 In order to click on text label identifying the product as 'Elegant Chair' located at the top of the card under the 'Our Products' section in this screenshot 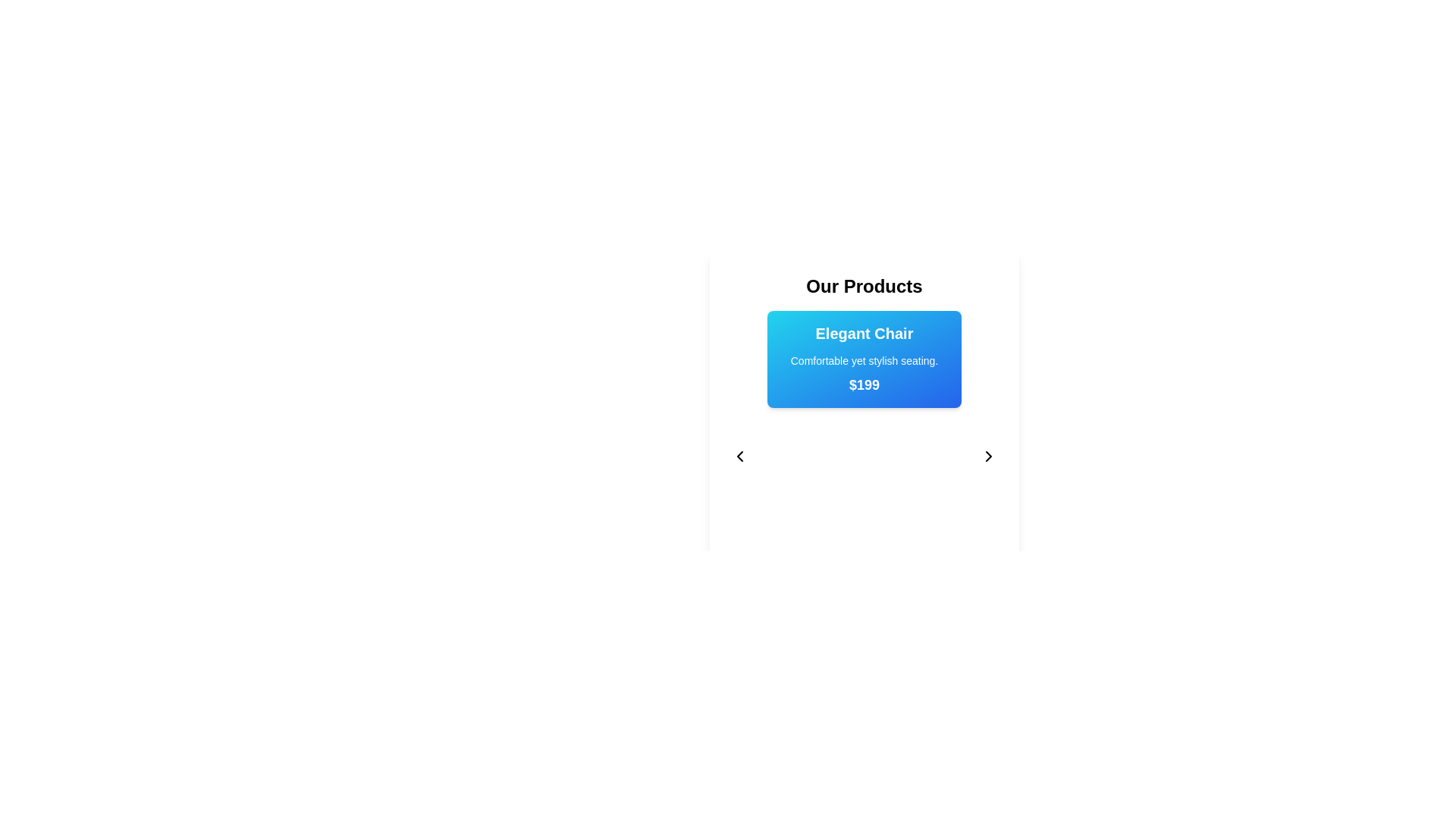, I will do `click(864, 332)`.